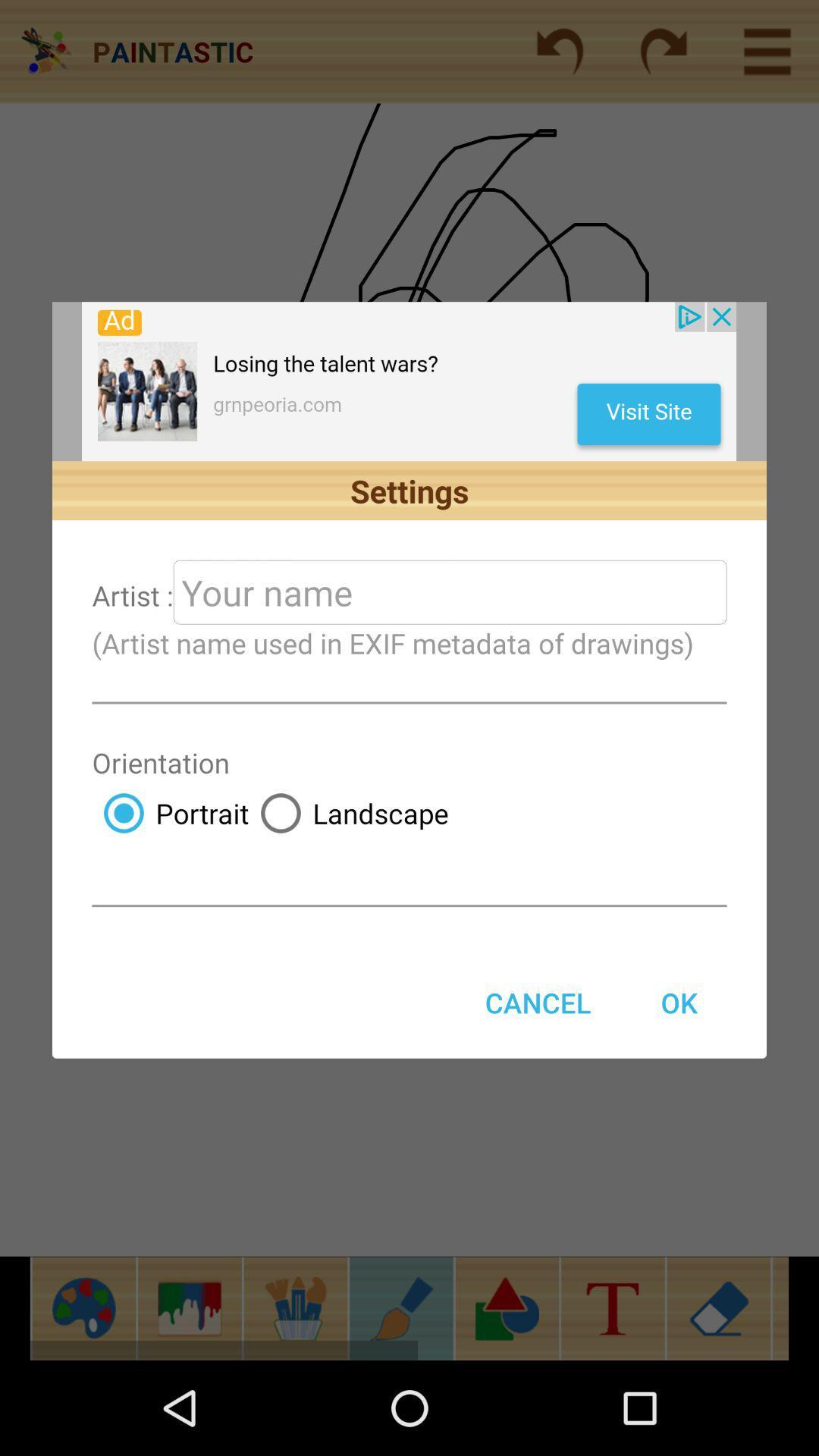 This screenshot has height=1456, width=819. Describe the element at coordinates (408, 381) in the screenshot. I see `advertisement` at that location.